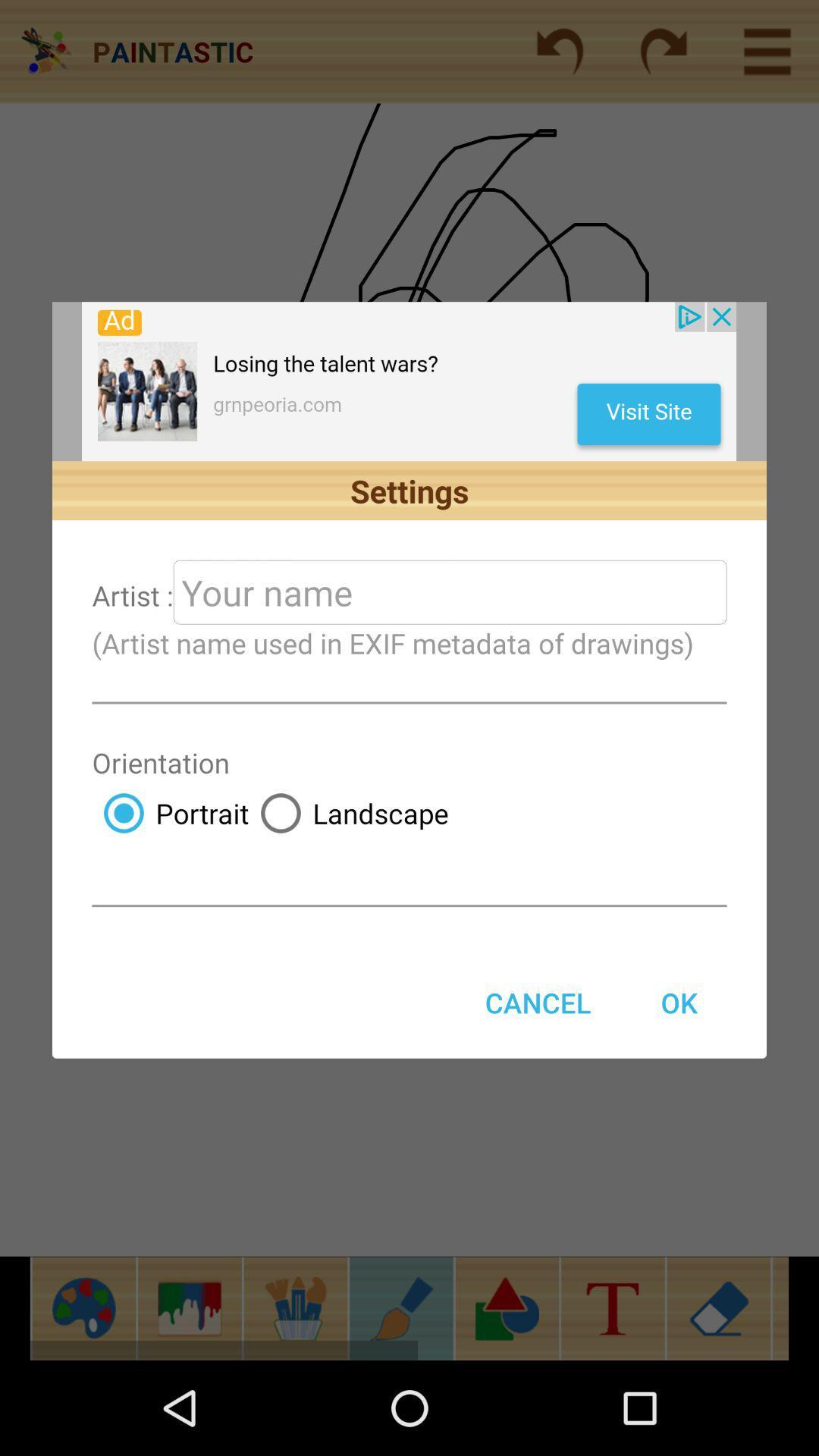 This screenshot has height=1456, width=819. Describe the element at coordinates (408, 381) in the screenshot. I see `advertisement` at that location.